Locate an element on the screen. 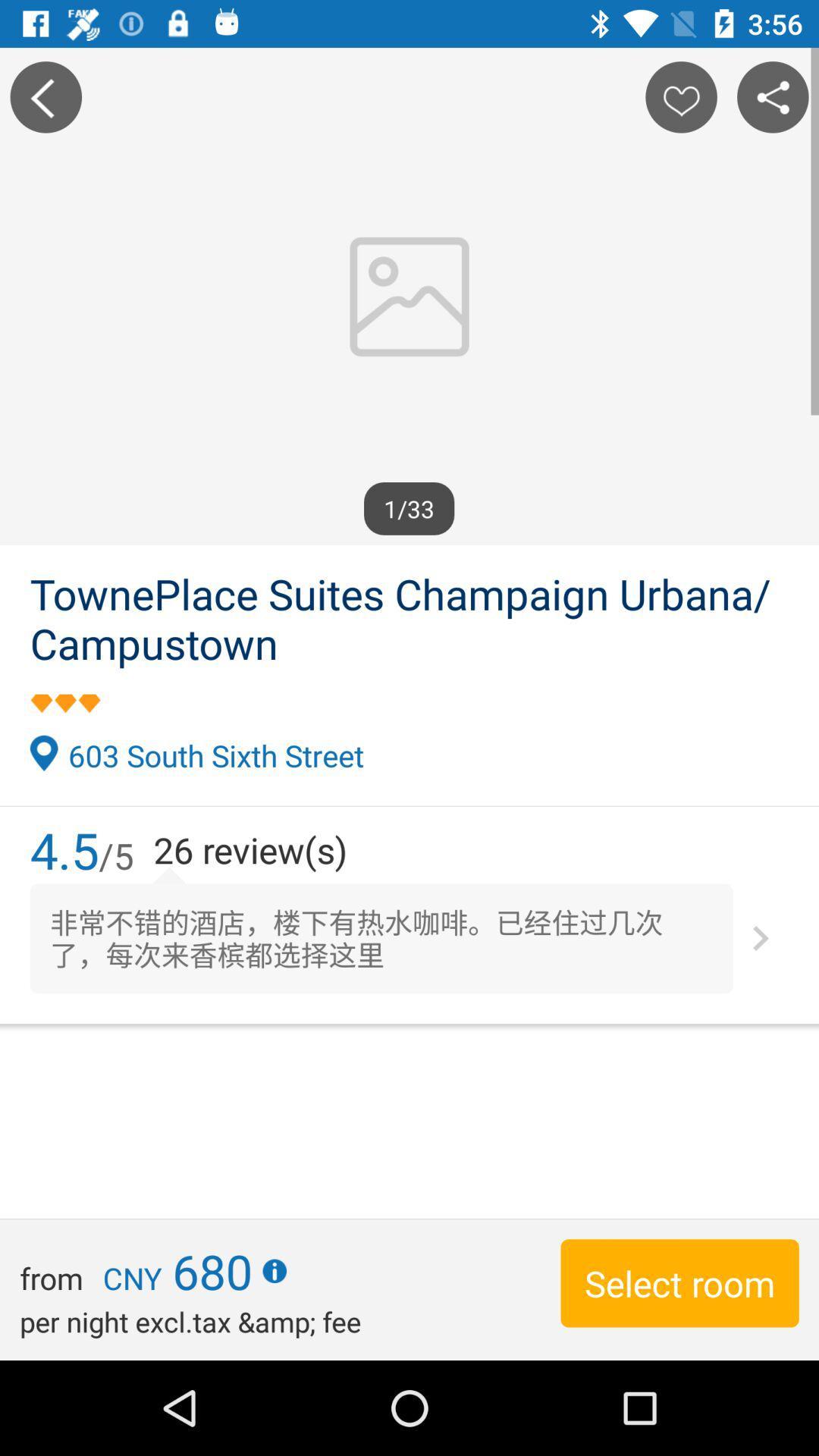 This screenshot has width=819, height=1456. select room is located at coordinates (679, 1282).